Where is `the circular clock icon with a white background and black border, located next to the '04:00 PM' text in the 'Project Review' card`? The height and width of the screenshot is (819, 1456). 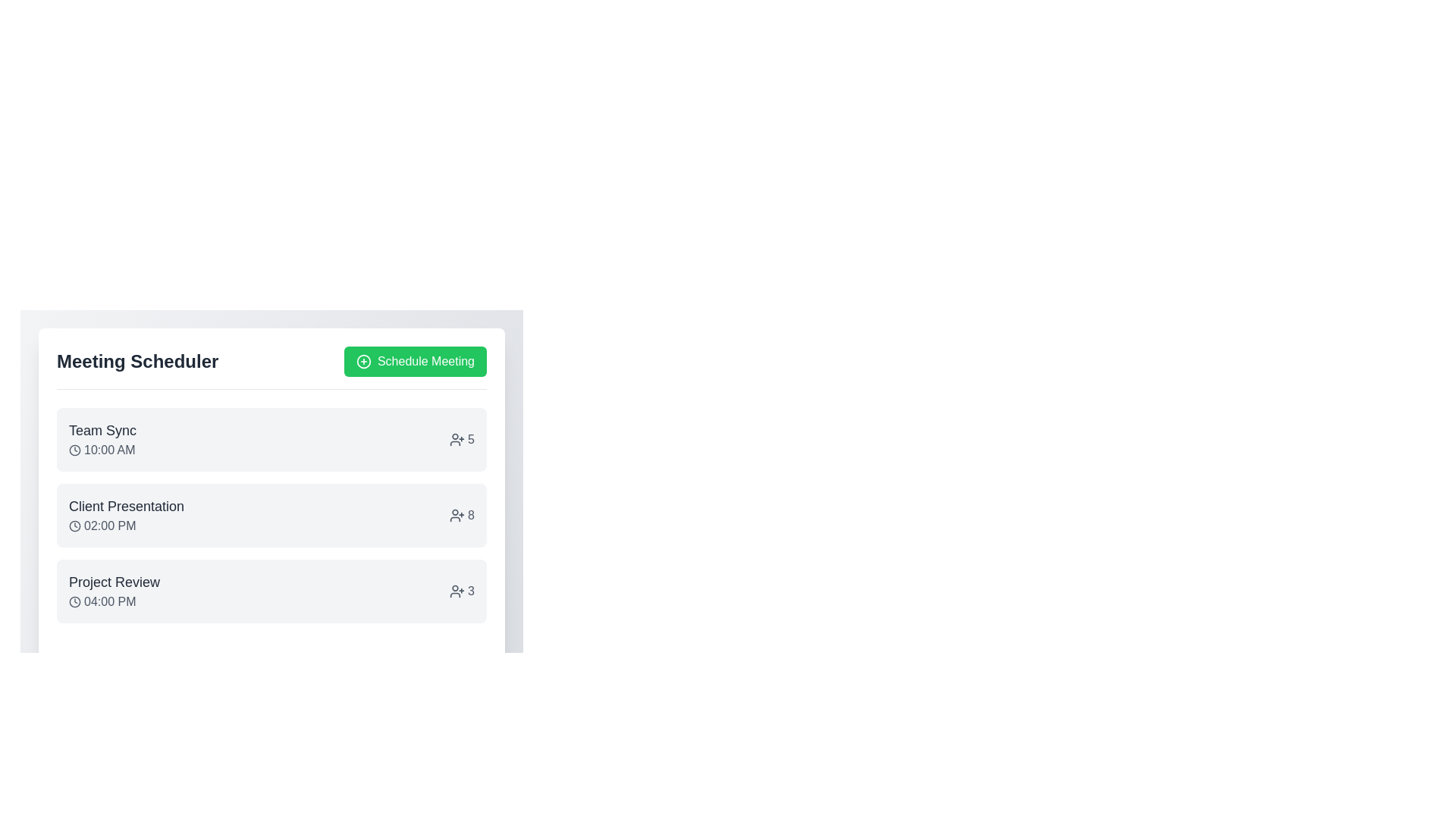
the circular clock icon with a white background and black border, located next to the '04:00 PM' text in the 'Project Review' card is located at coordinates (74, 601).